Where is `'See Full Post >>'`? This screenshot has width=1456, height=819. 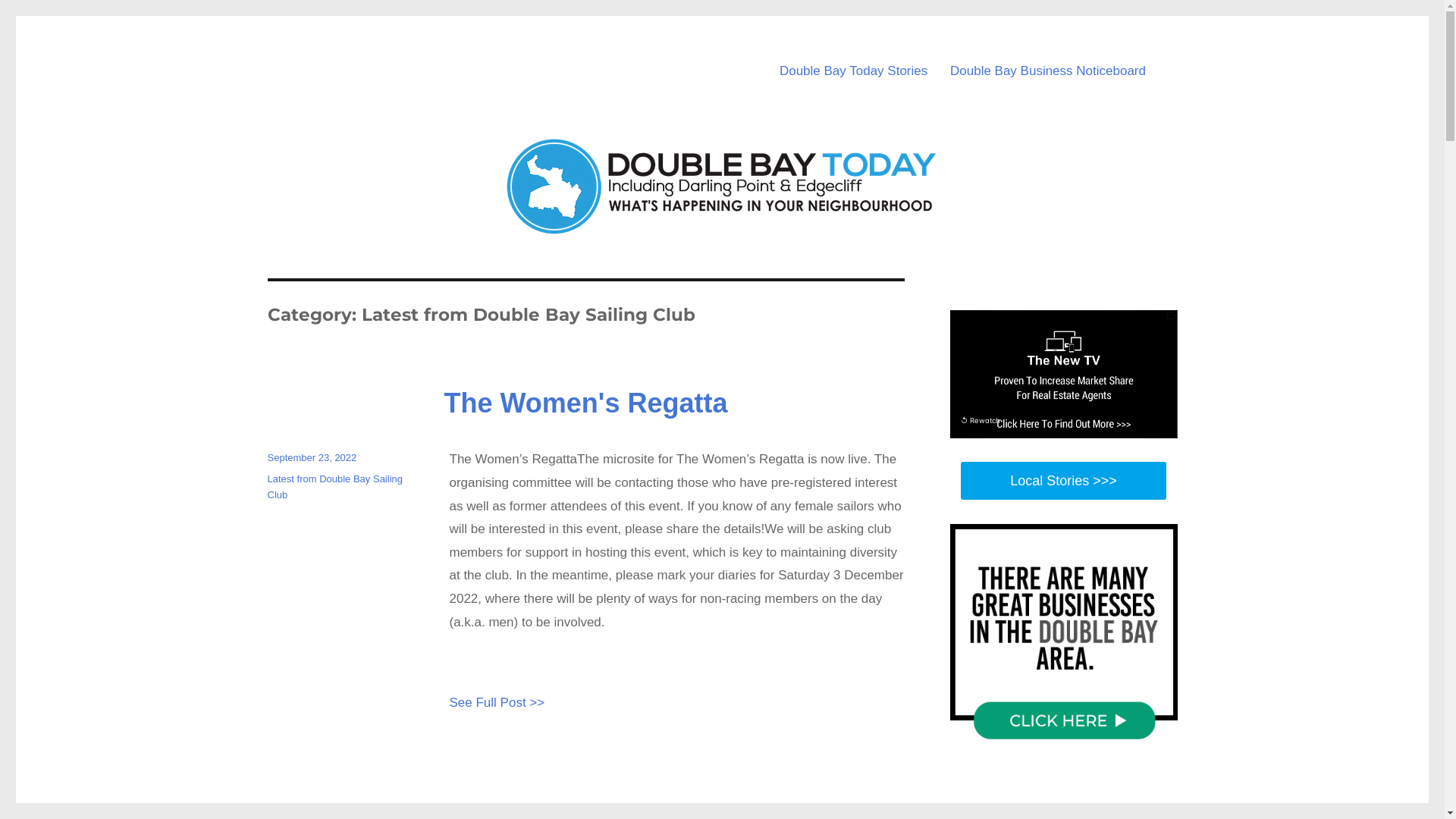
'See Full Post >>' is located at coordinates (447, 702).